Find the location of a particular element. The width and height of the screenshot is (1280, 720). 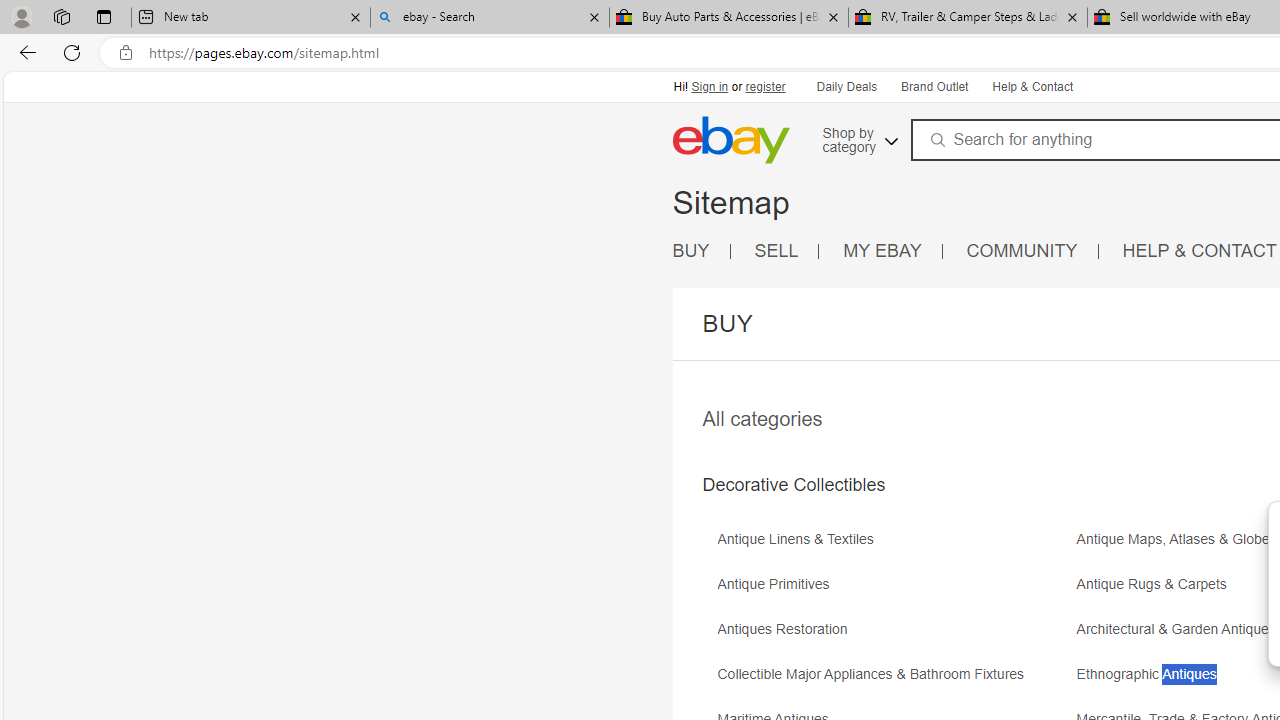

'SELL' is located at coordinates (786, 250).